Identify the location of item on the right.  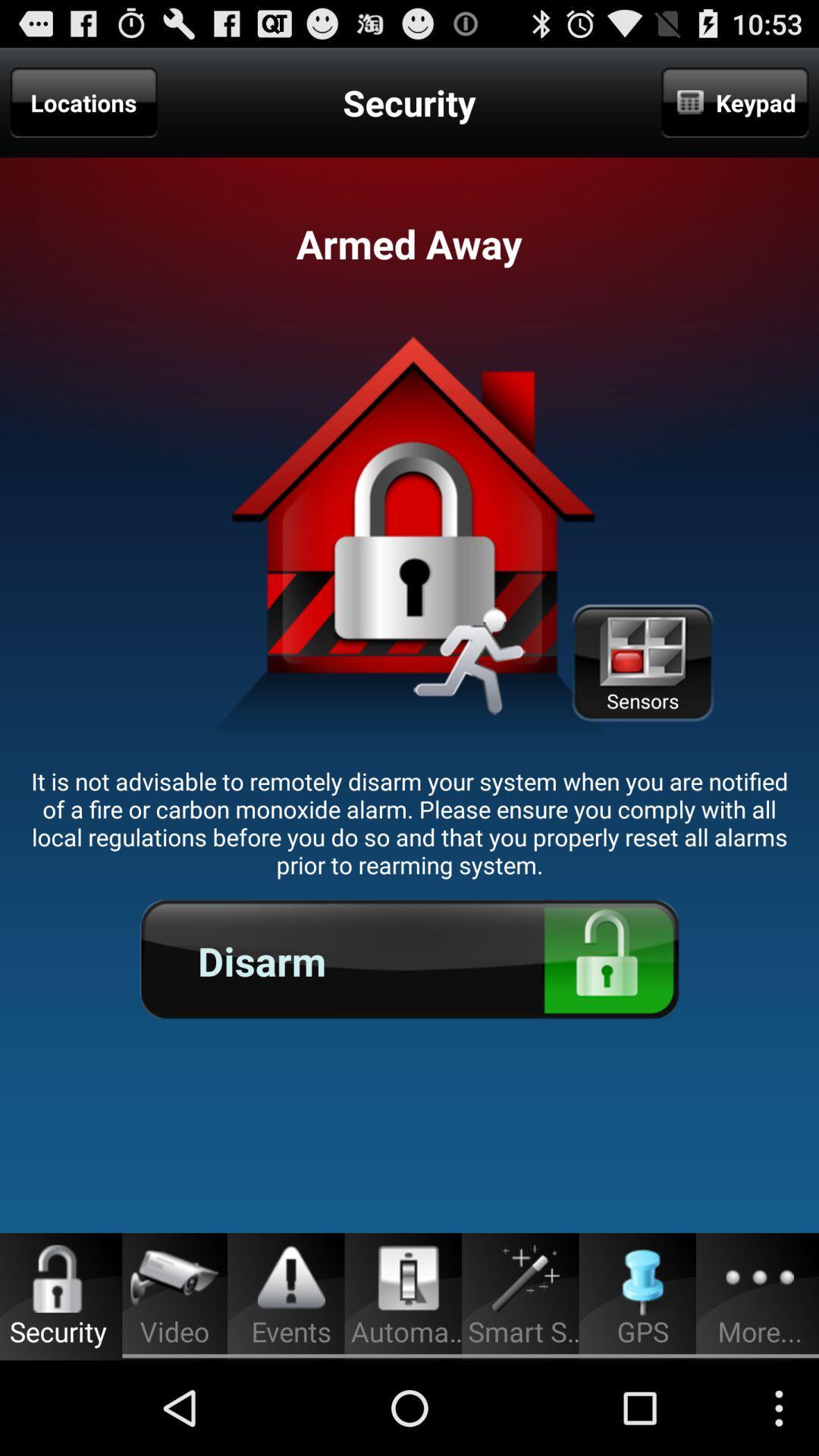
(642, 663).